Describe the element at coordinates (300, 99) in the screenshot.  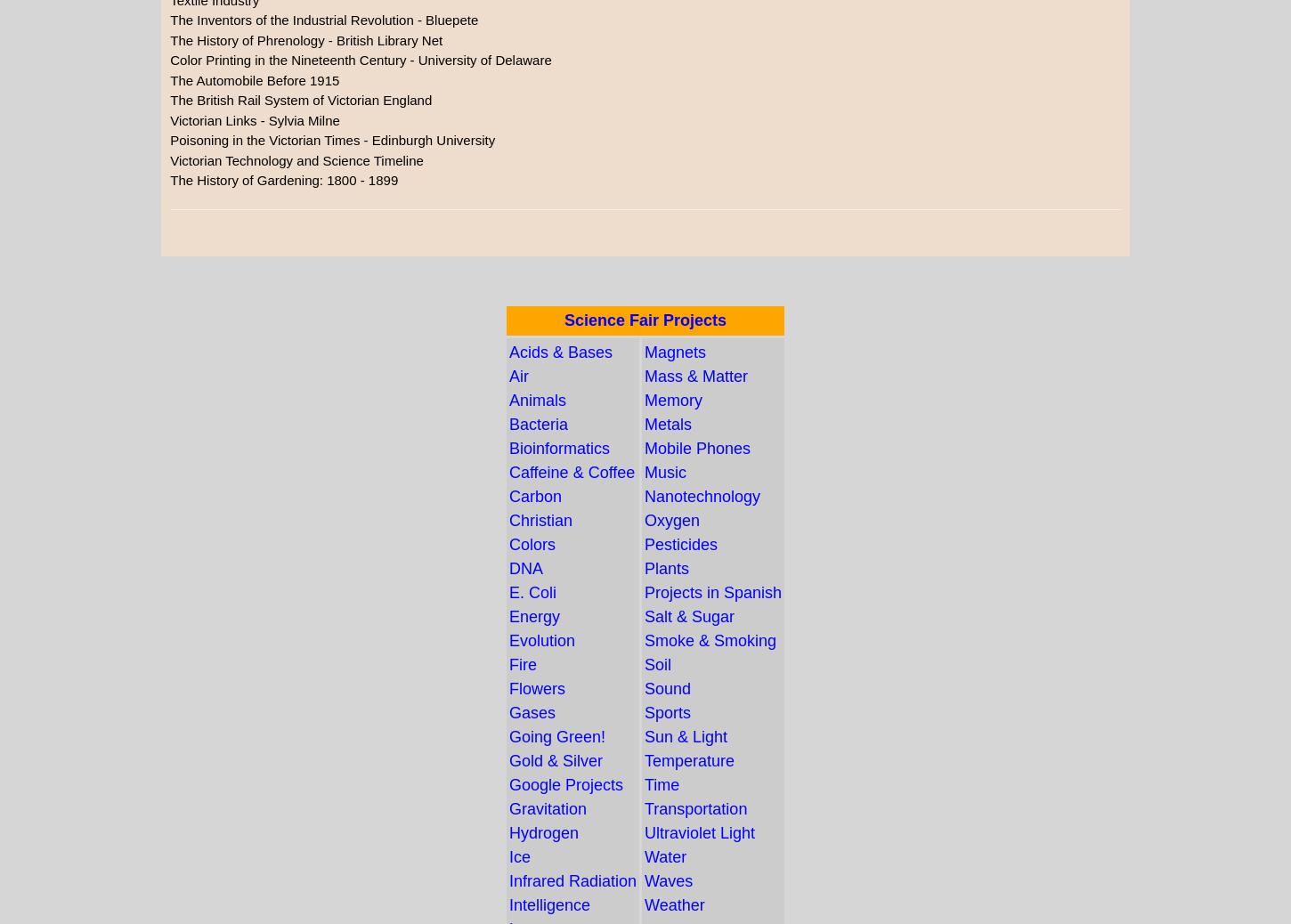
I see `'The British Rail System of Victorian England'` at that location.